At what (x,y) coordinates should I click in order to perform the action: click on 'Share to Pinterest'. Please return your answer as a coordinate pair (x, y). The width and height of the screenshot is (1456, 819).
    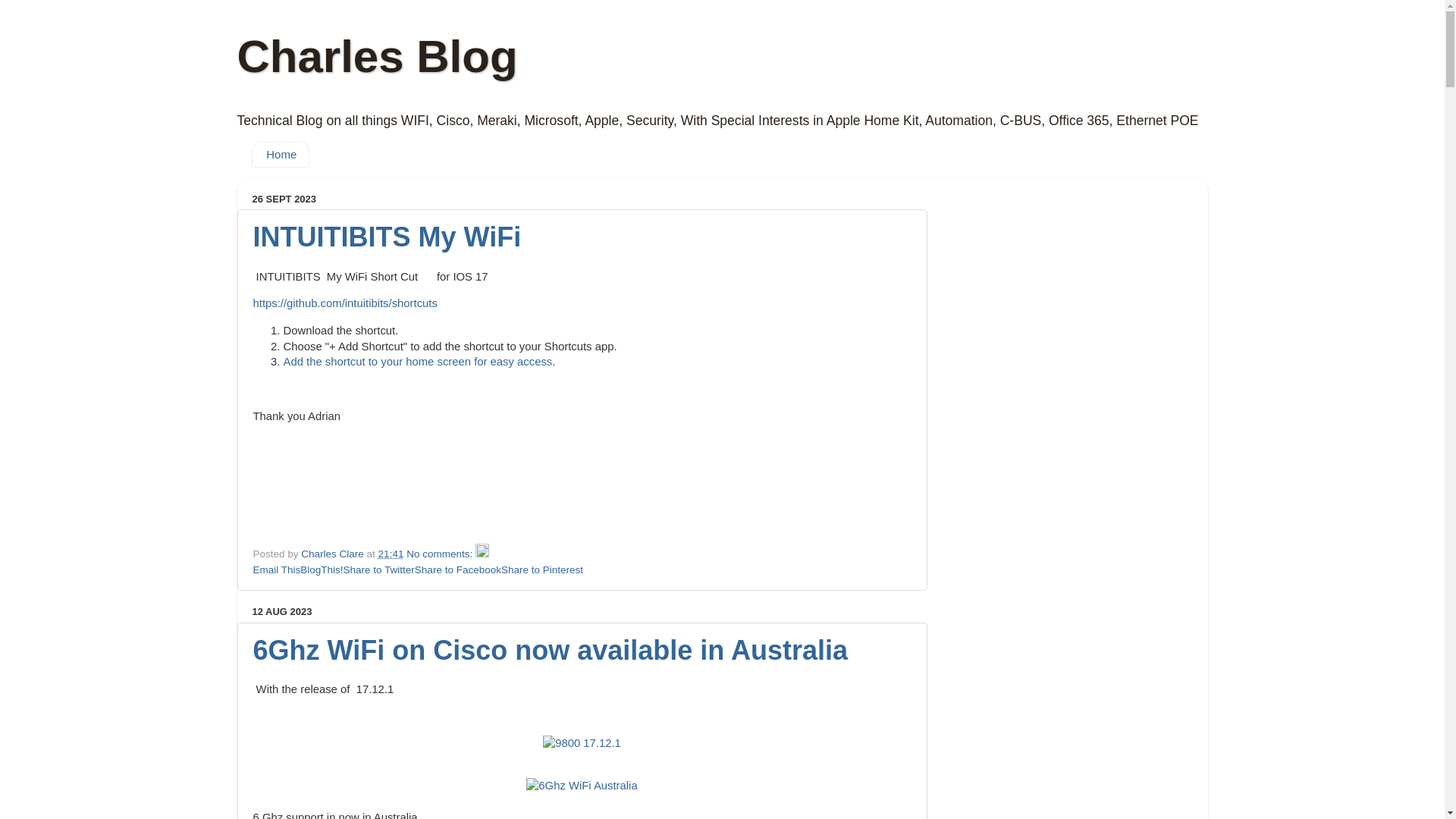
    Looking at the image, I should click on (542, 570).